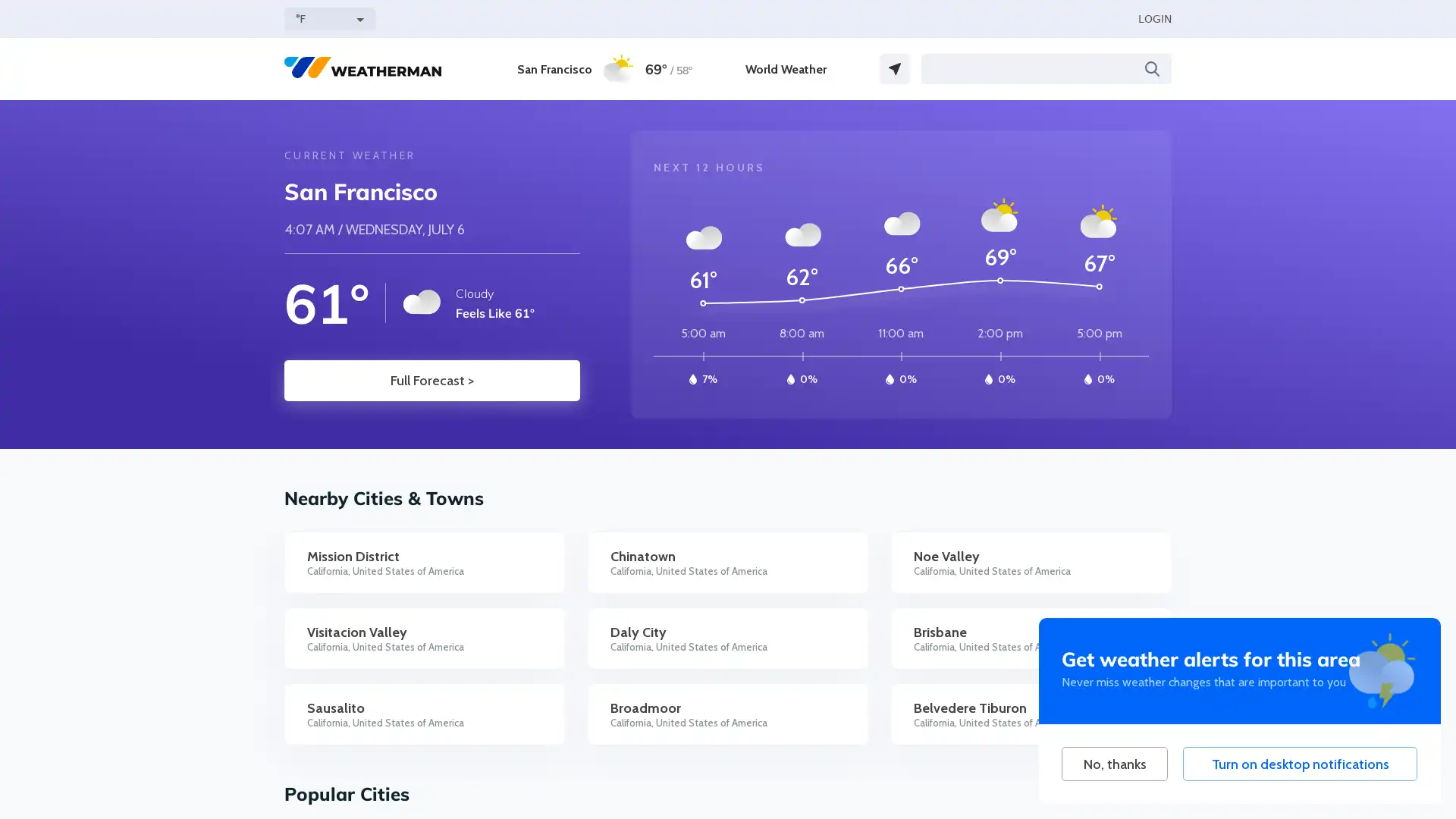  What do you see at coordinates (1153, 18) in the screenshot?
I see `LOGIN` at bounding box center [1153, 18].